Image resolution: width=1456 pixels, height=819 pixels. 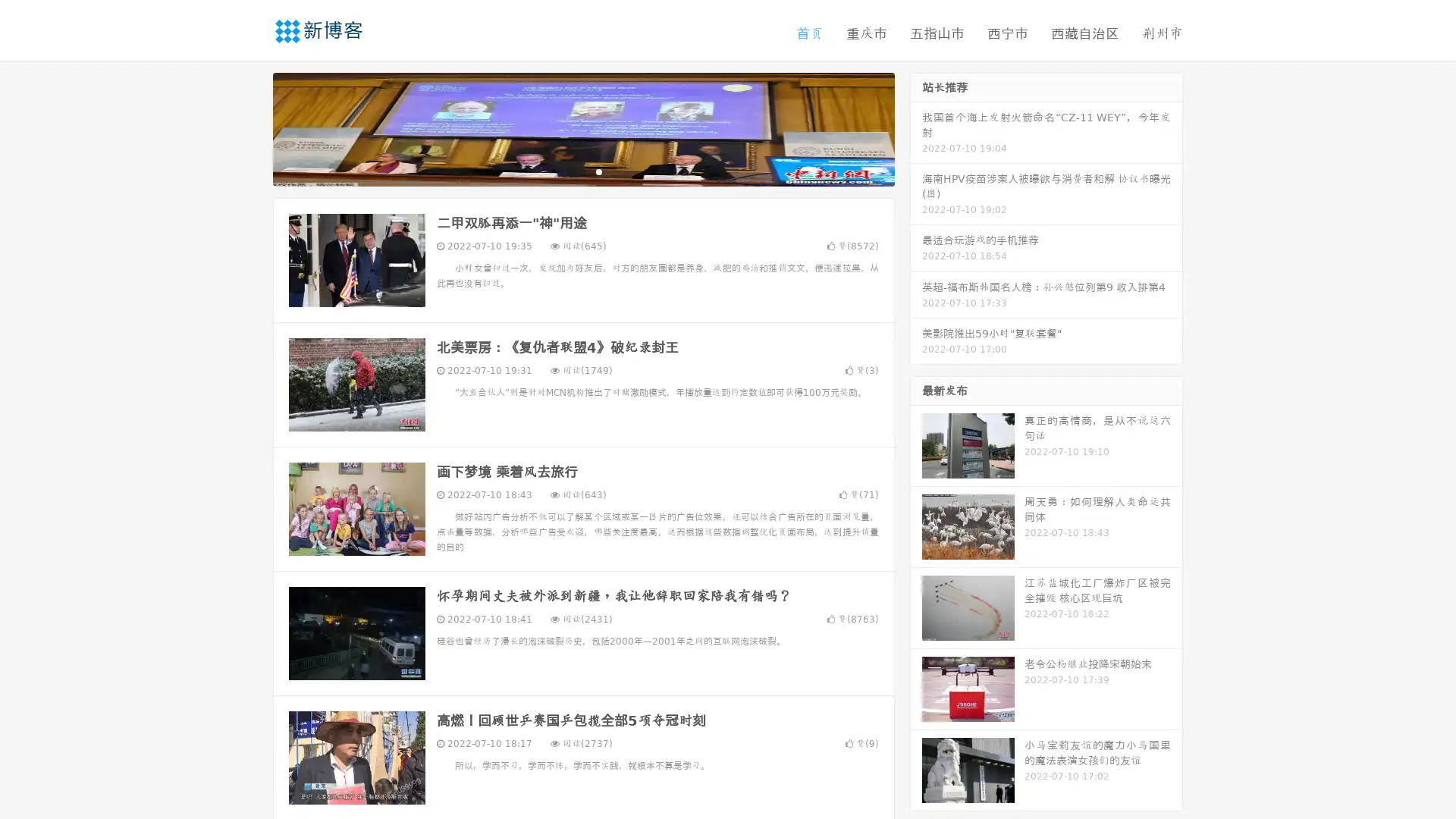 I want to click on Go to slide 2, so click(x=582, y=171).